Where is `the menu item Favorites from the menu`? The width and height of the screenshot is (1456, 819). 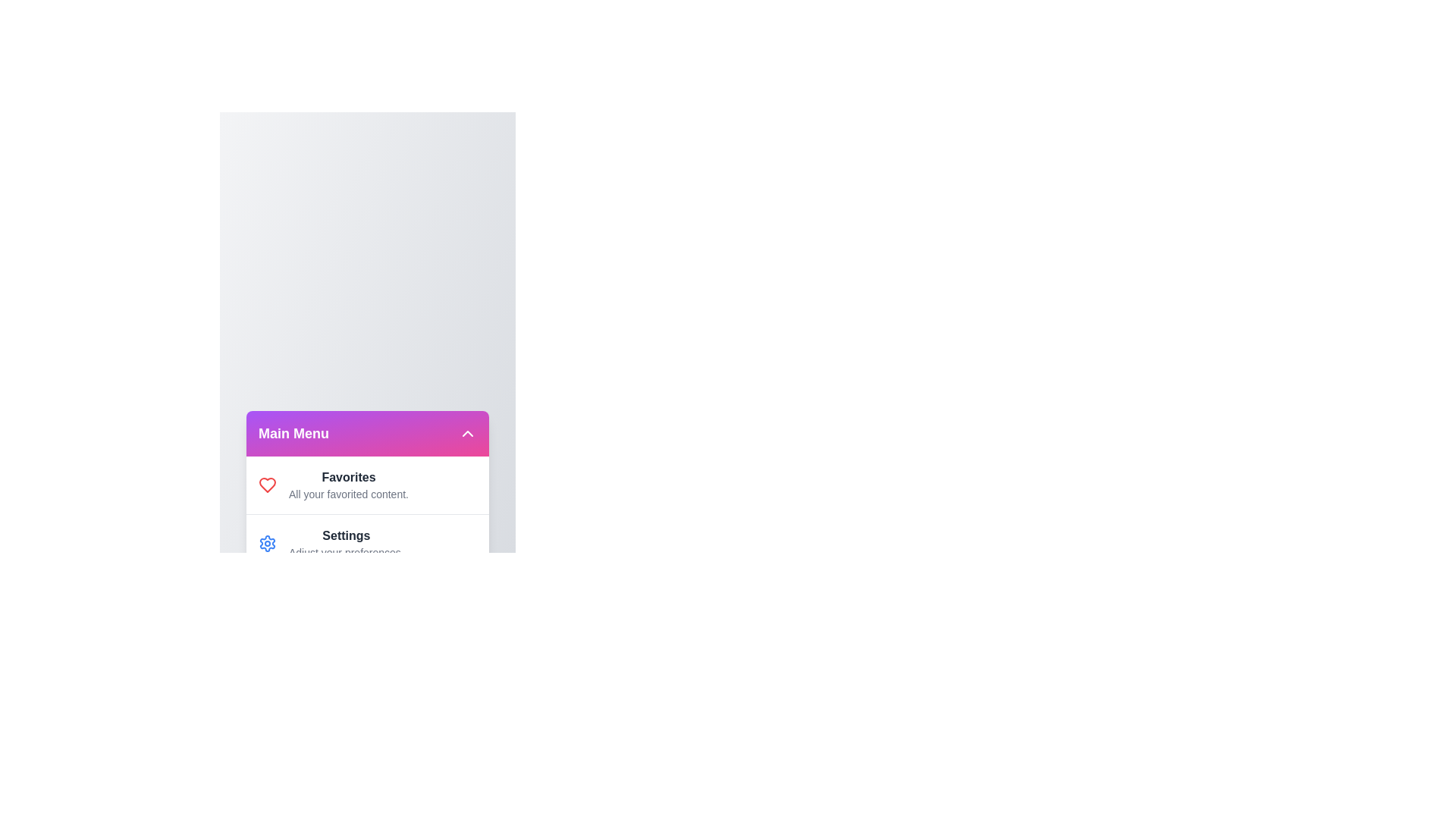
the menu item Favorites from the menu is located at coordinates (268, 485).